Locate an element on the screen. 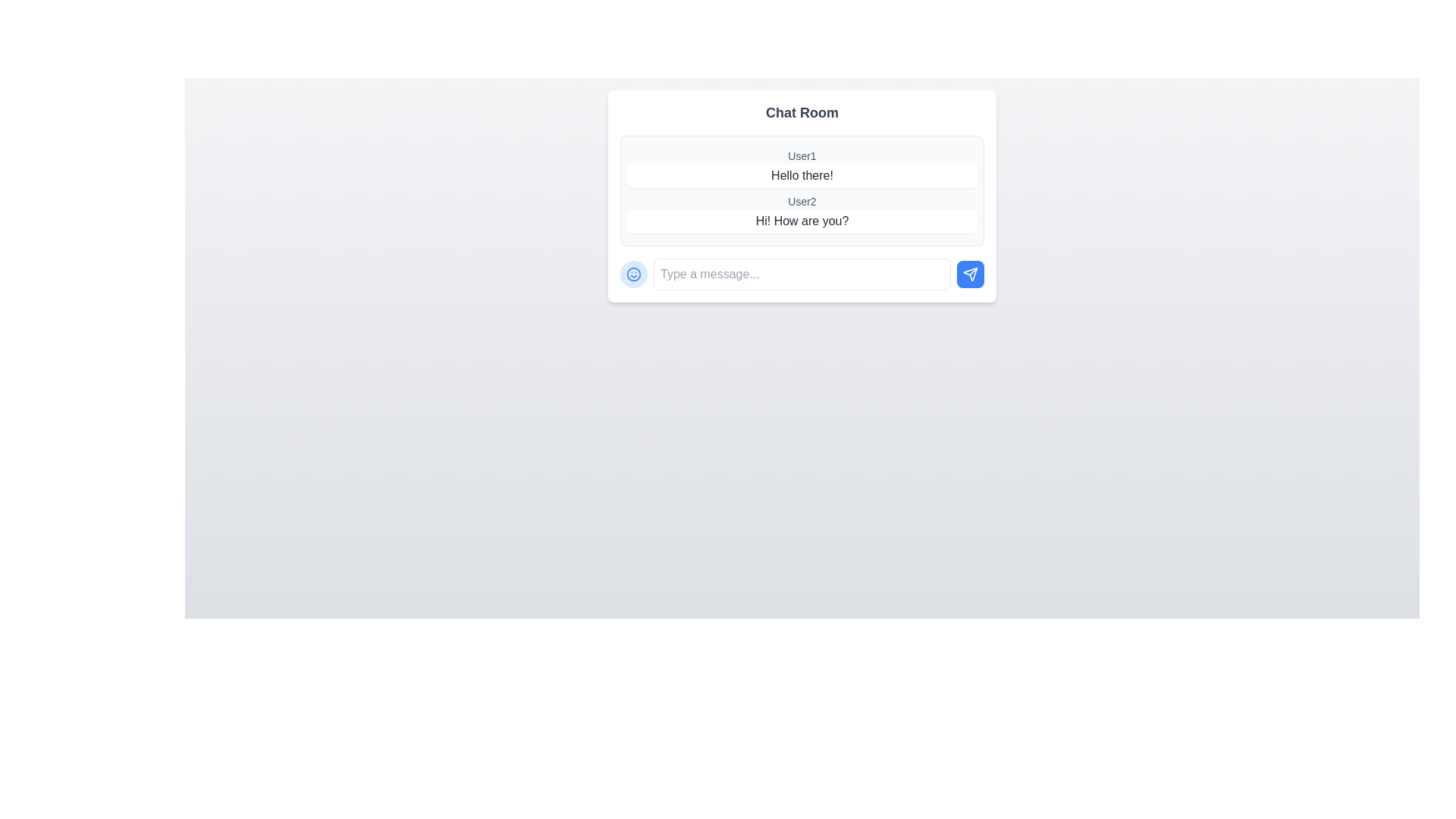 The height and width of the screenshot is (819, 1456). the send button icon, which is a graphical representation within the chat interface, to send a message is located at coordinates (971, 274).